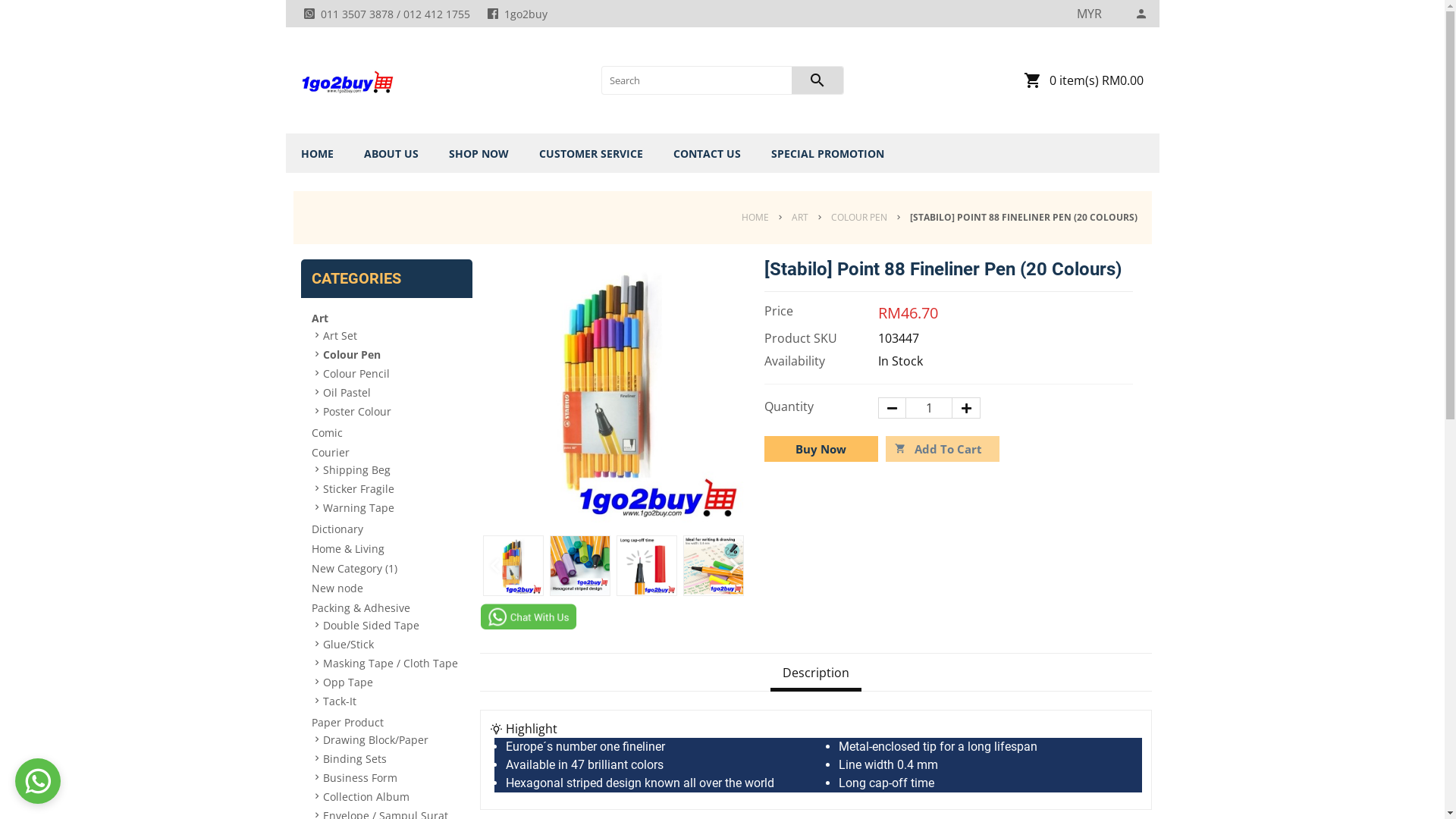 Image resolution: width=1456 pixels, height=819 pixels. Describe the element at coordinates (385, 548) in the screenshot. I see `'Home & Living'` at that location.